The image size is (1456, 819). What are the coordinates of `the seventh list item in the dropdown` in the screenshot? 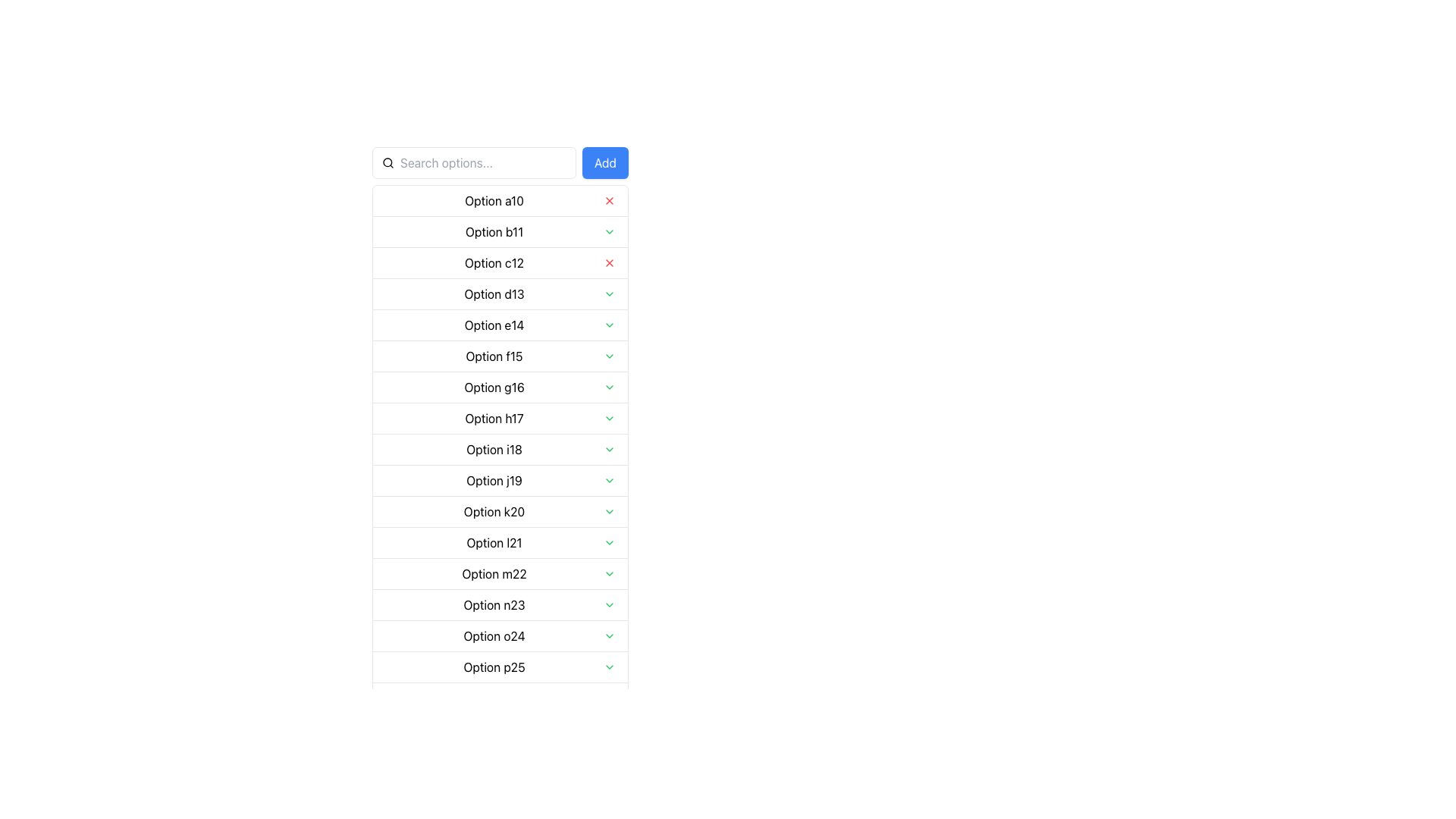 It's located at (500, 385).